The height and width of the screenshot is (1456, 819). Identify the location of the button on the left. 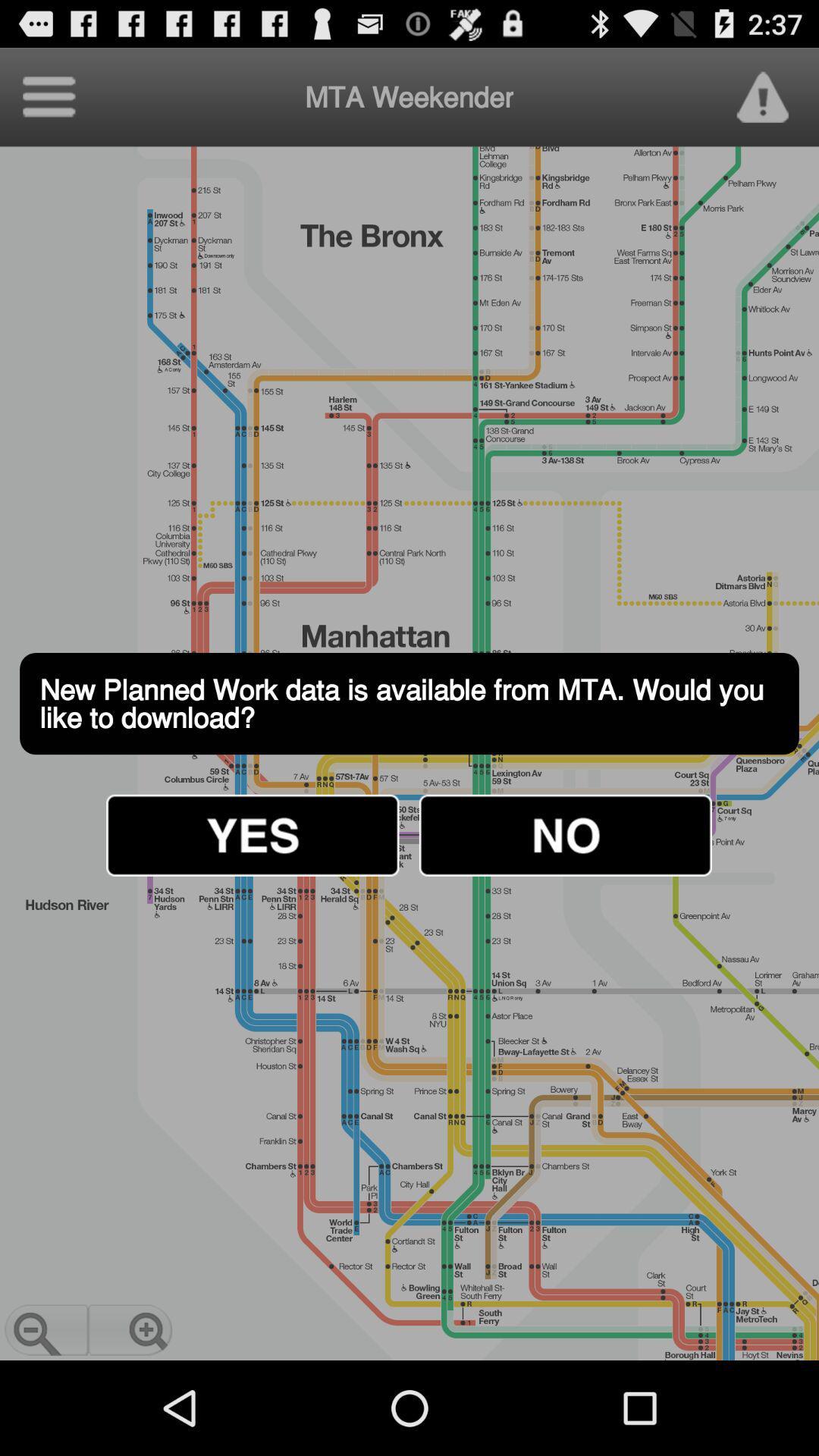
(252, 834).